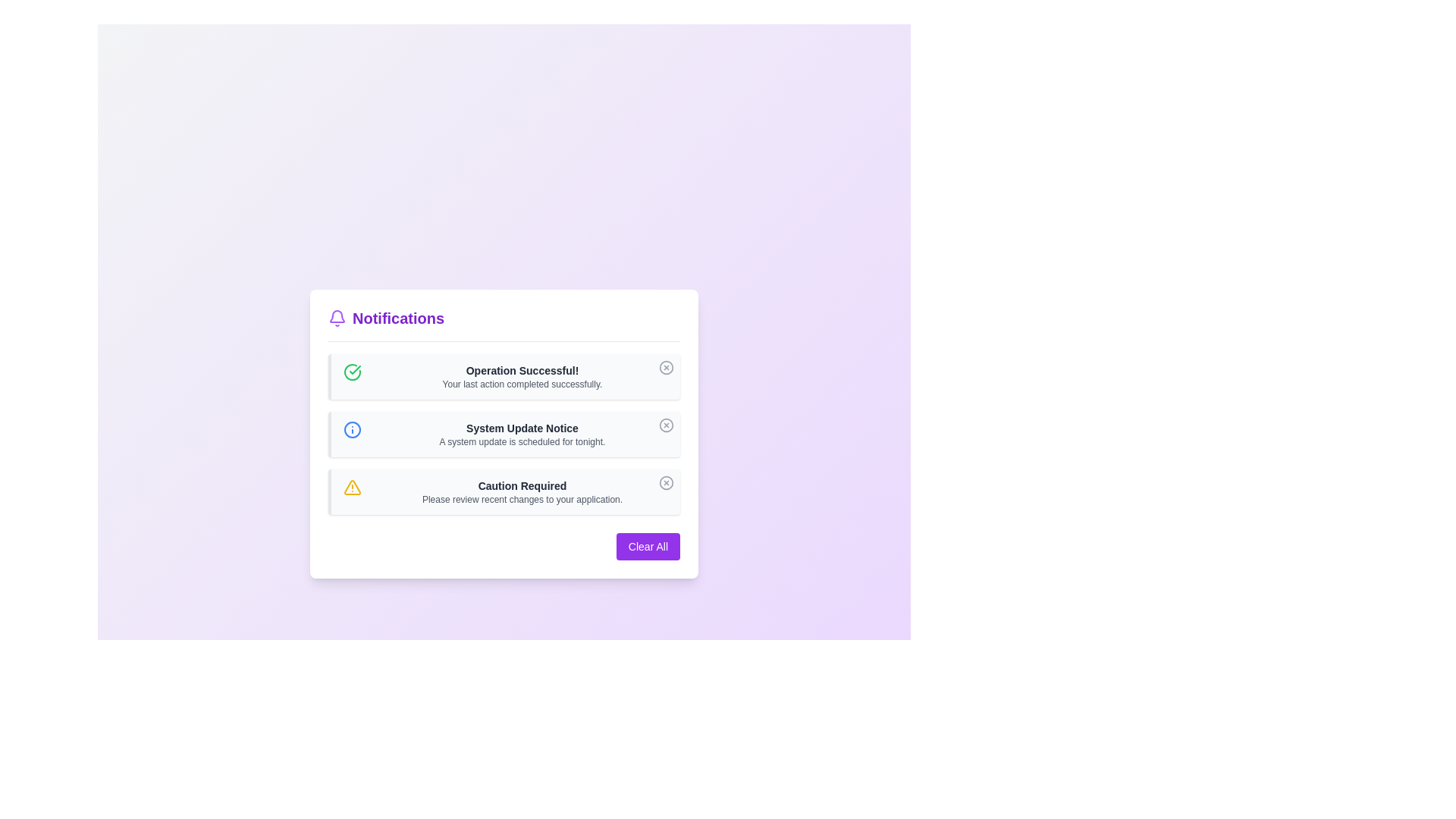  Describe the element at coordinates (352, 487) in the screenshot. I see `the triangular alert icon in the 'Caution Required' notification item, located near the left side of the item` at that location.